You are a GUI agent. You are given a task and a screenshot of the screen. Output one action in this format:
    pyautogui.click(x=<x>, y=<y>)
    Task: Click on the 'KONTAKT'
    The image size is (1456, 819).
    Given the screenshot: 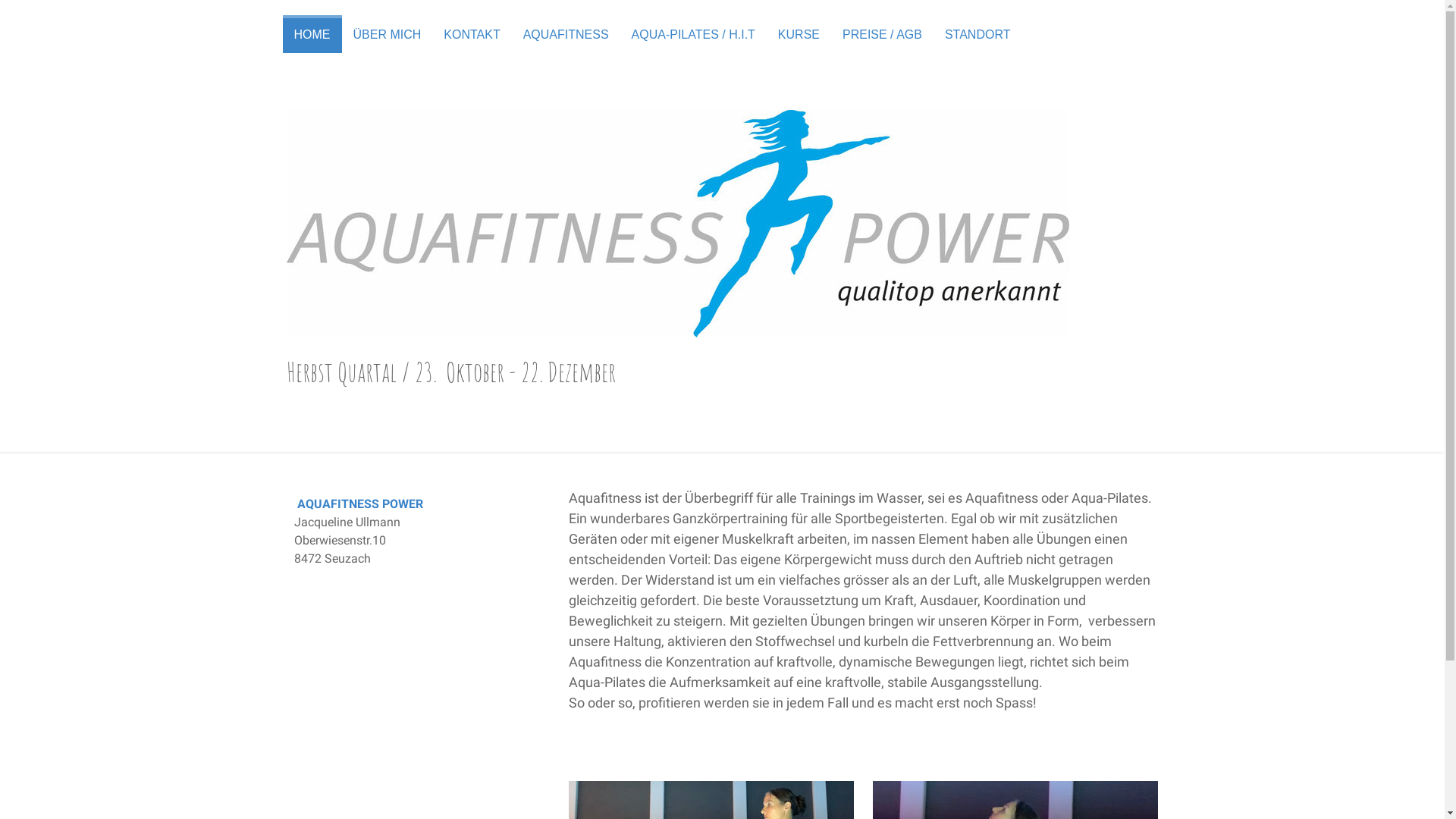 What is the action you would take?
    pyautogui.click(x=471, y=34)
    